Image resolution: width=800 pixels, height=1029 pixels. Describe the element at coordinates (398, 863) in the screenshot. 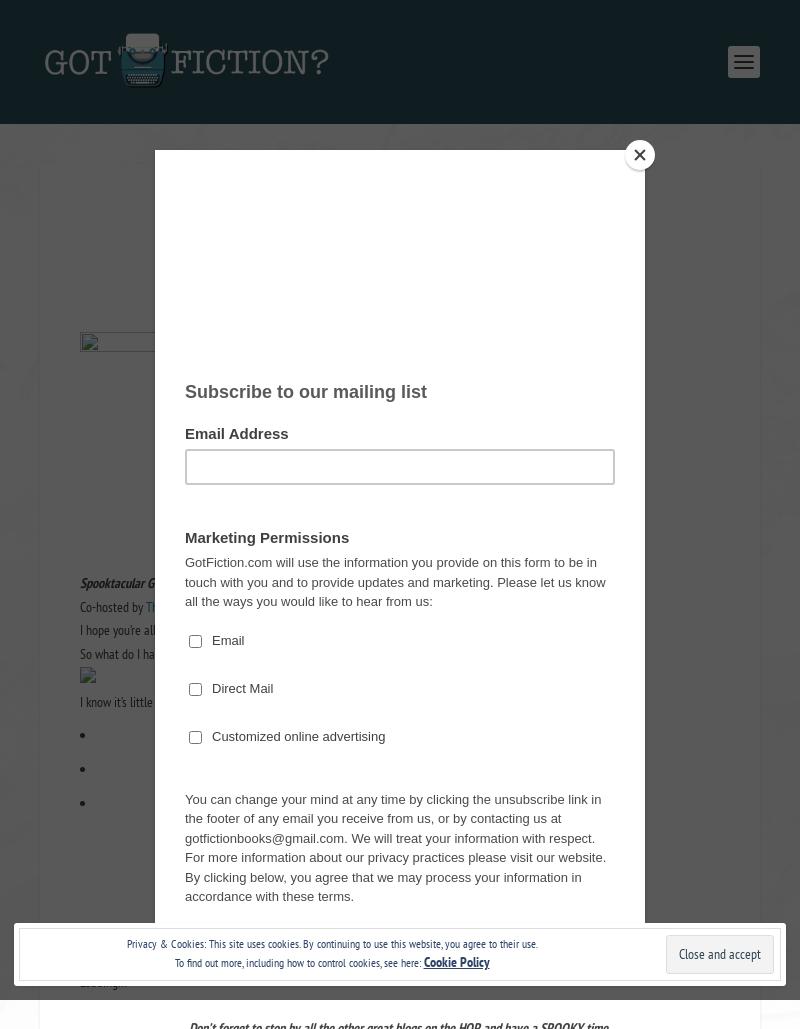

I see `'Additional entries'` at that location.